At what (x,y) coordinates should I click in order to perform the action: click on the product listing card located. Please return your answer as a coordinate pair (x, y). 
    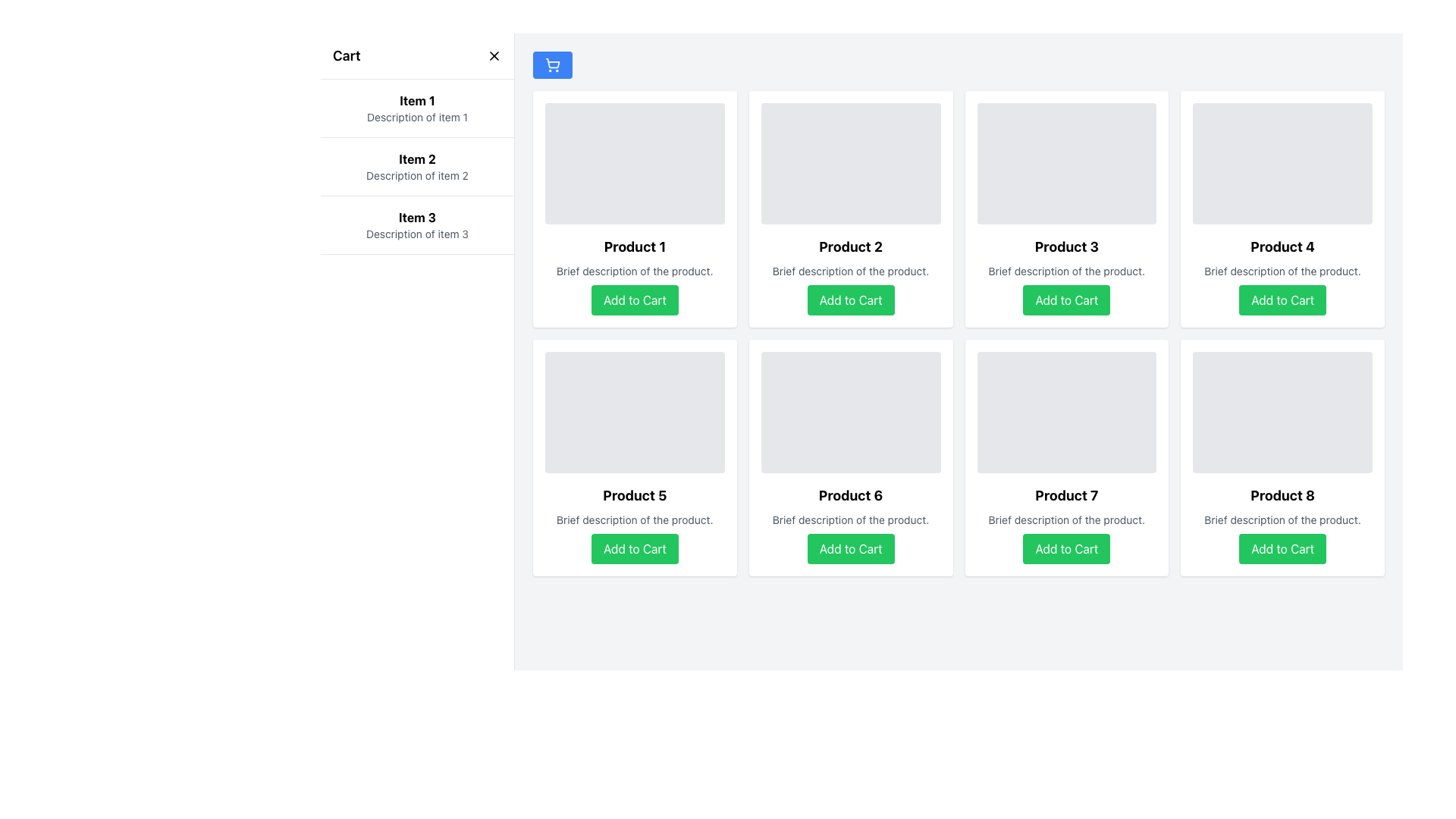
    Looking at the image, I should click on (851, 457).